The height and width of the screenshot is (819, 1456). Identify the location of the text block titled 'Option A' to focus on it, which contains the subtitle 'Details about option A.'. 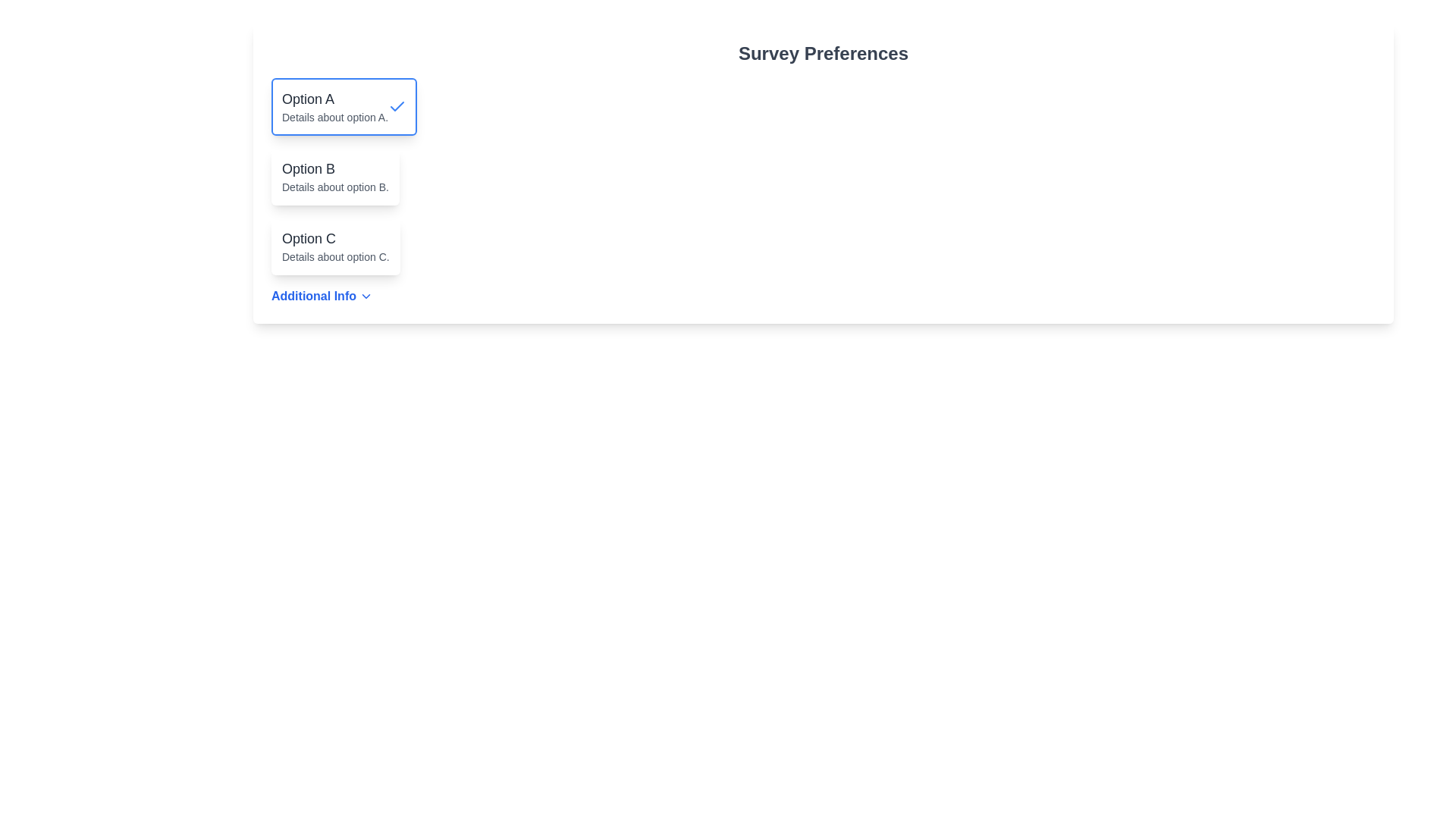
(334, 106).